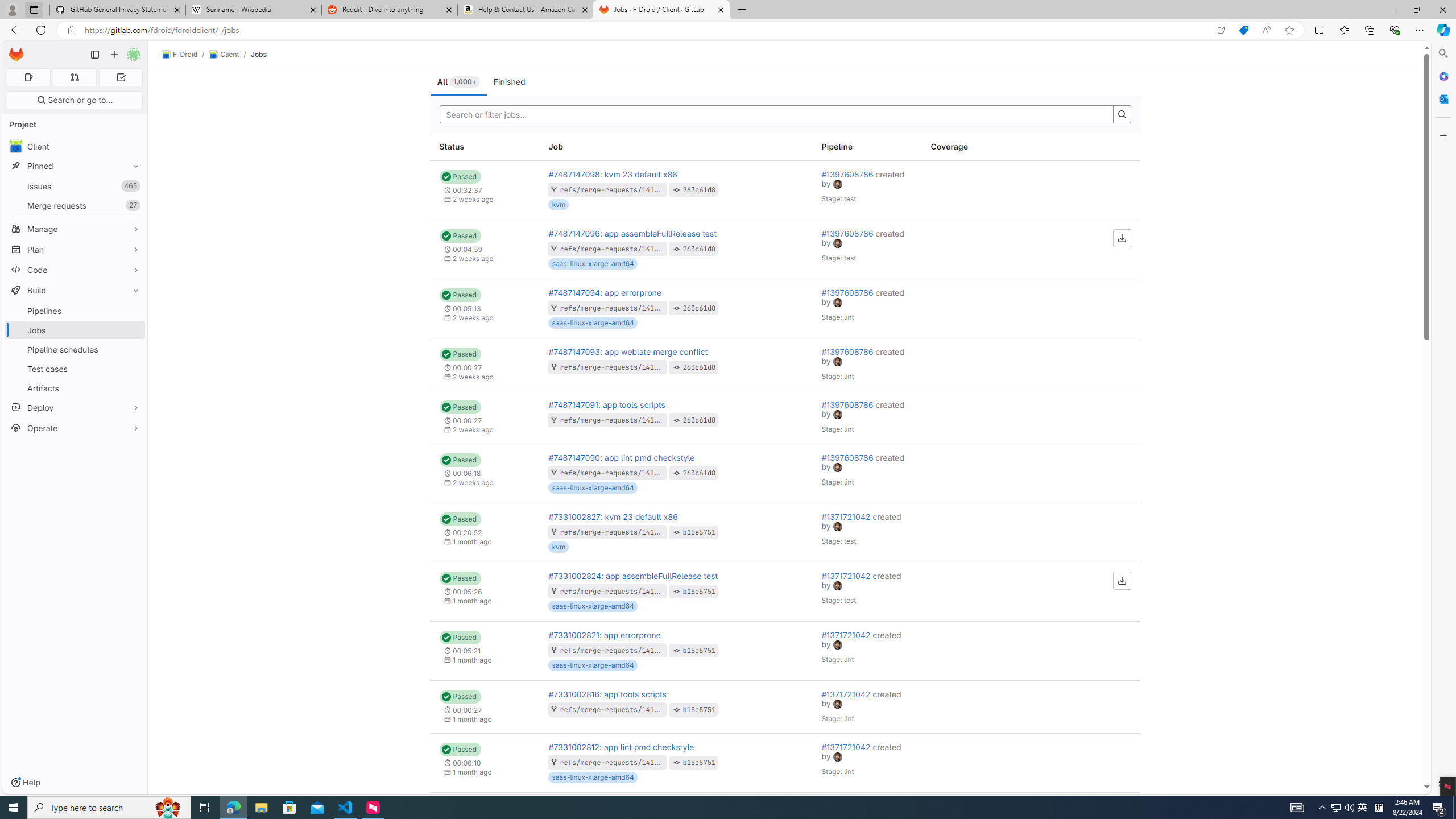 Image resolution: width=1456 pixels, height=819 pixels. What do you see at coordinates (484, 532) in the screenshot?
I see `'Status: Passed 00:20:52 1 month ago'` at bounding box center [484, 532].